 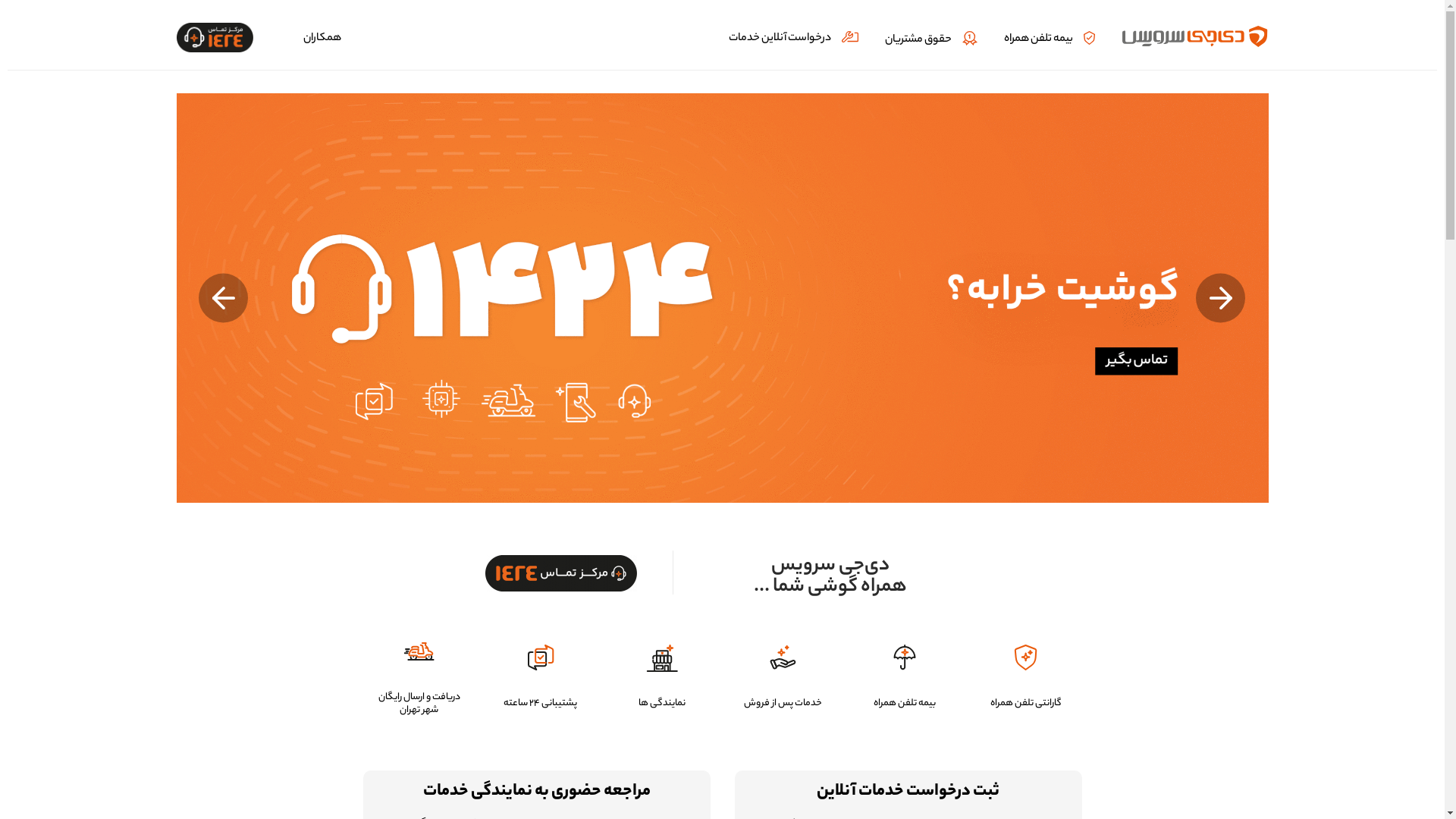 I want to click on 'Frame 21', so click(x=484, y=573).